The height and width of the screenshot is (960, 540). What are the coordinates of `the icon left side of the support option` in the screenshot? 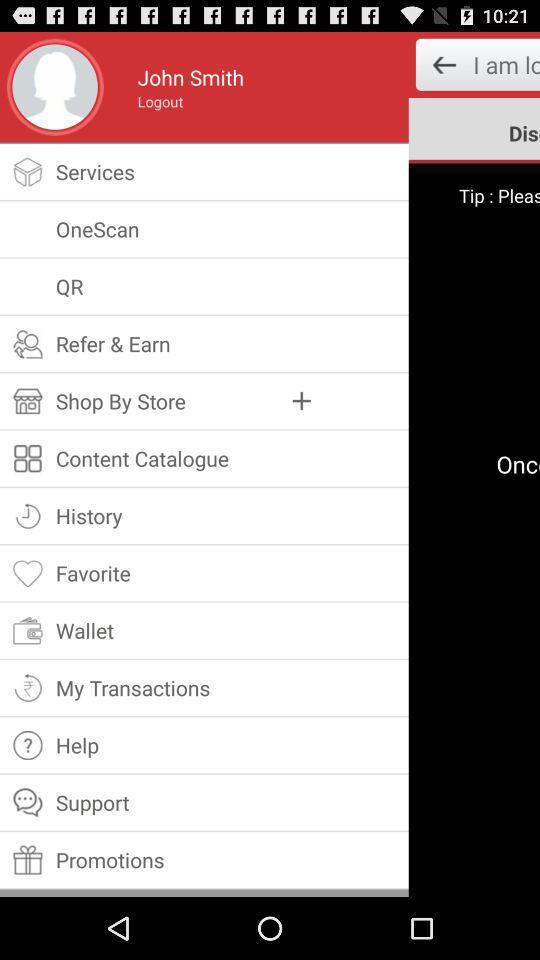 It's located at (27, 803).